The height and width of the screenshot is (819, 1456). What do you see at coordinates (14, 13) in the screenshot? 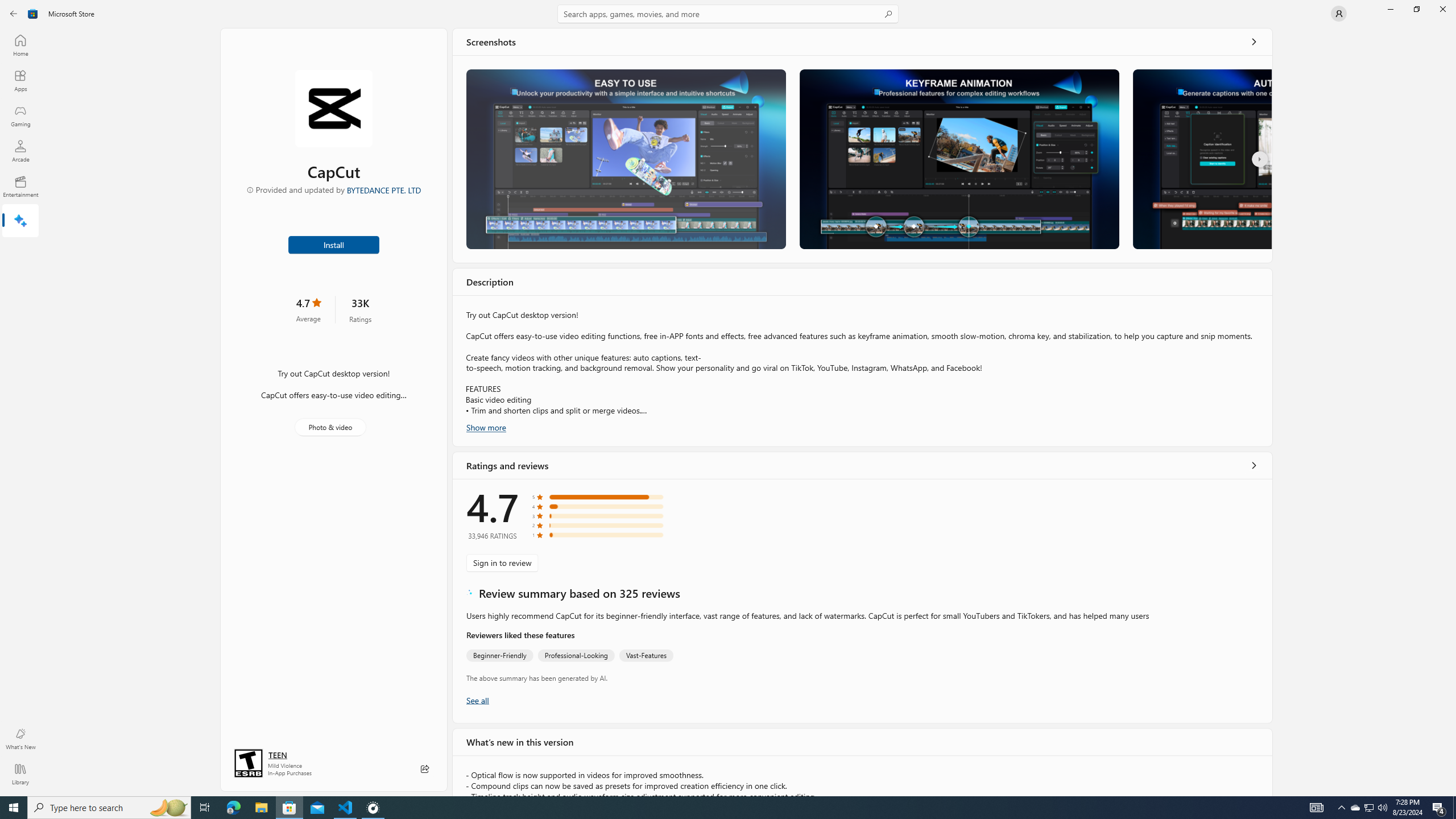
I see `'Back'` at bounding box center [14, 13].